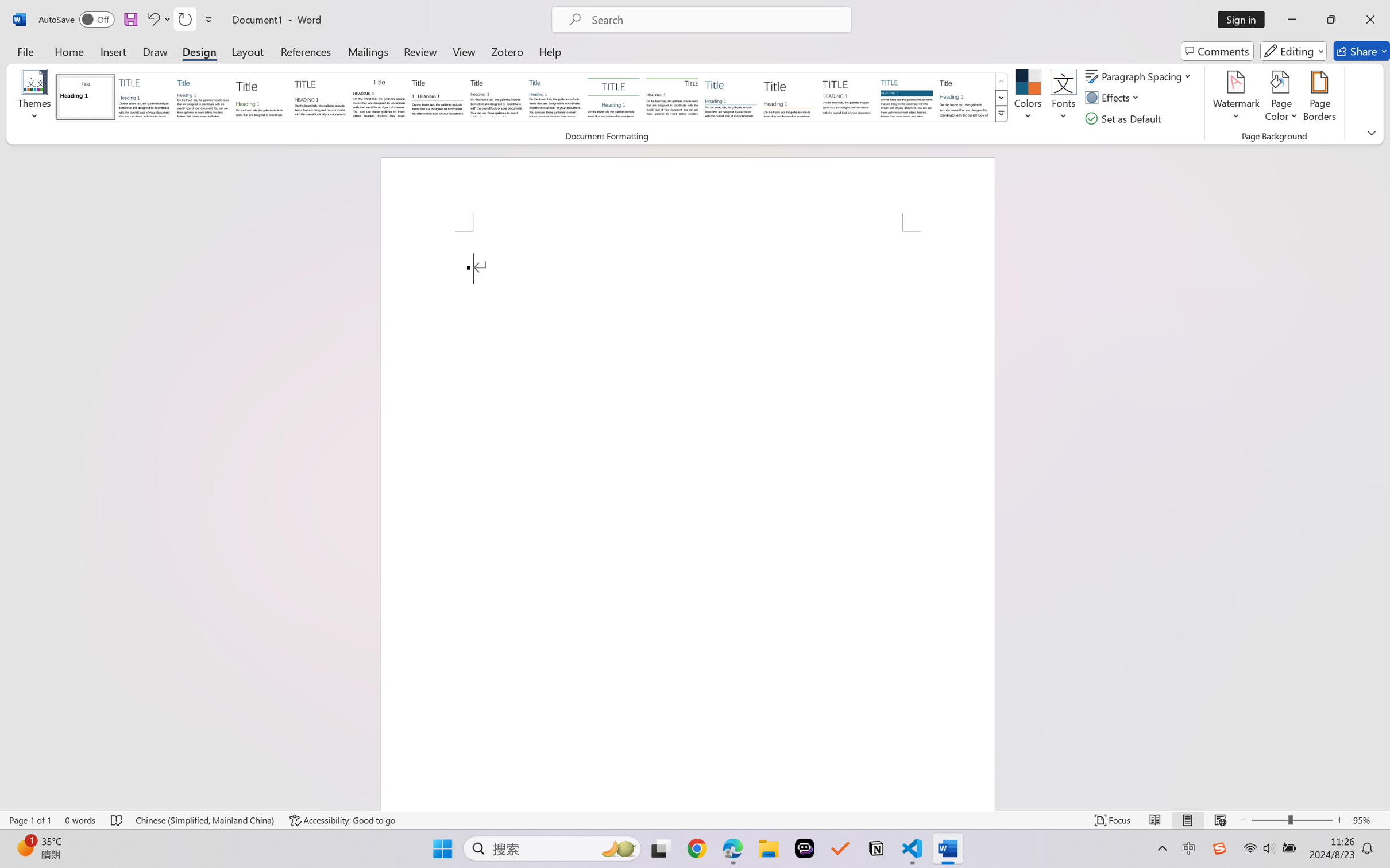  Describe the element at coordinates (184, 19) in the screenshot. I see `'Repeat Style'` at that location.